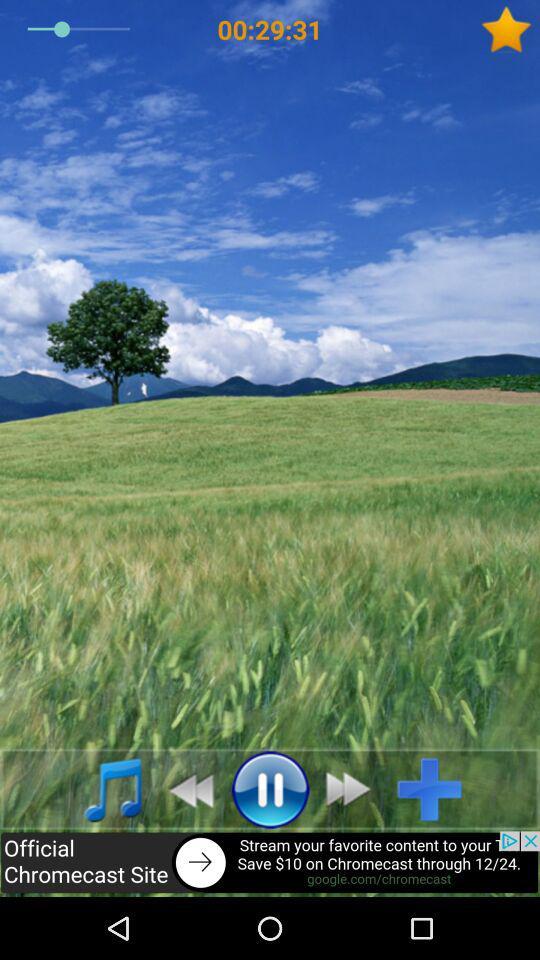  Describe the element at coordinates (436, 789) in the screenshot. I see `add` at that location.